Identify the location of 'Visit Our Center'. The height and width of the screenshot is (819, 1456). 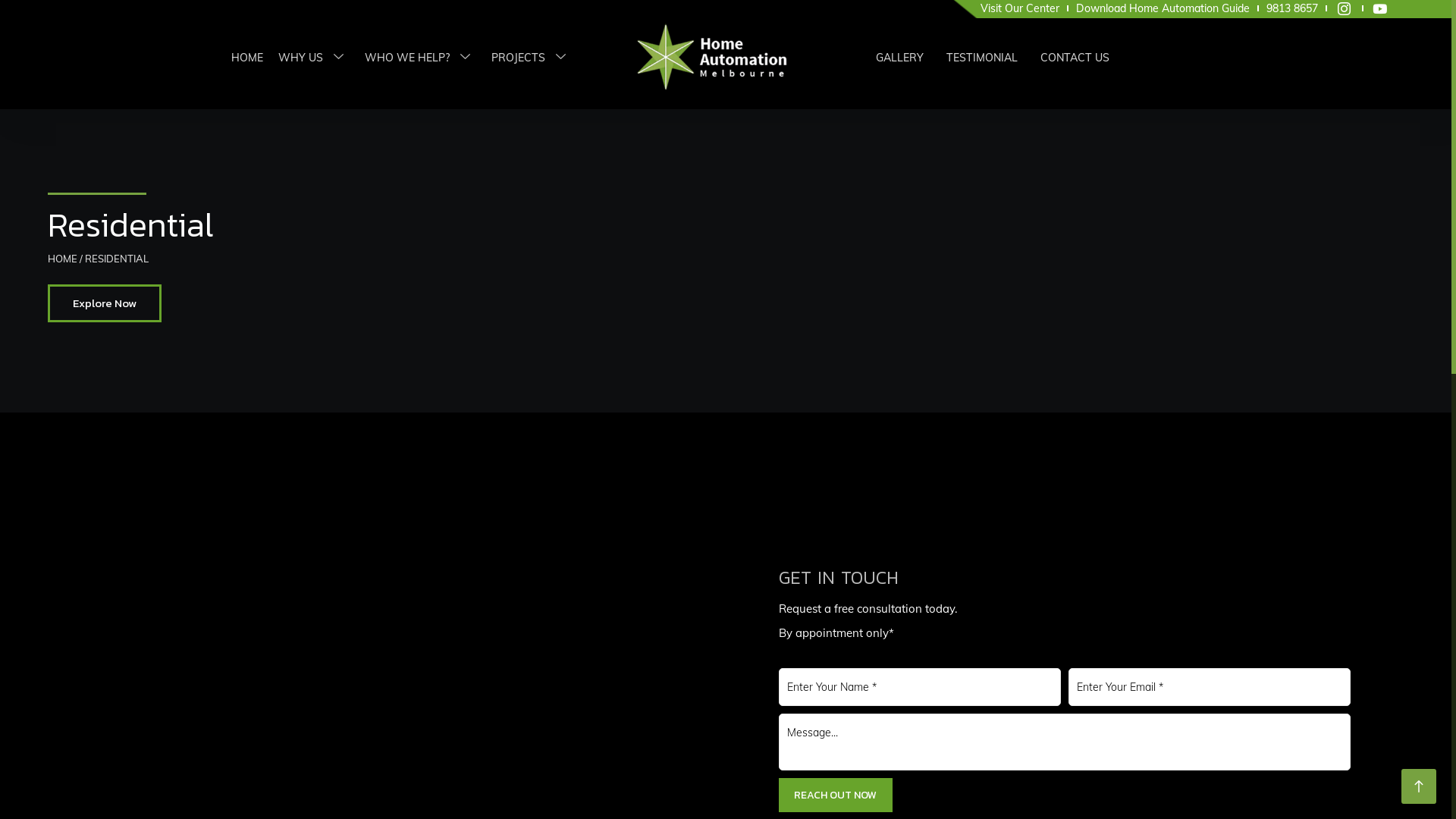
(1019, 8).